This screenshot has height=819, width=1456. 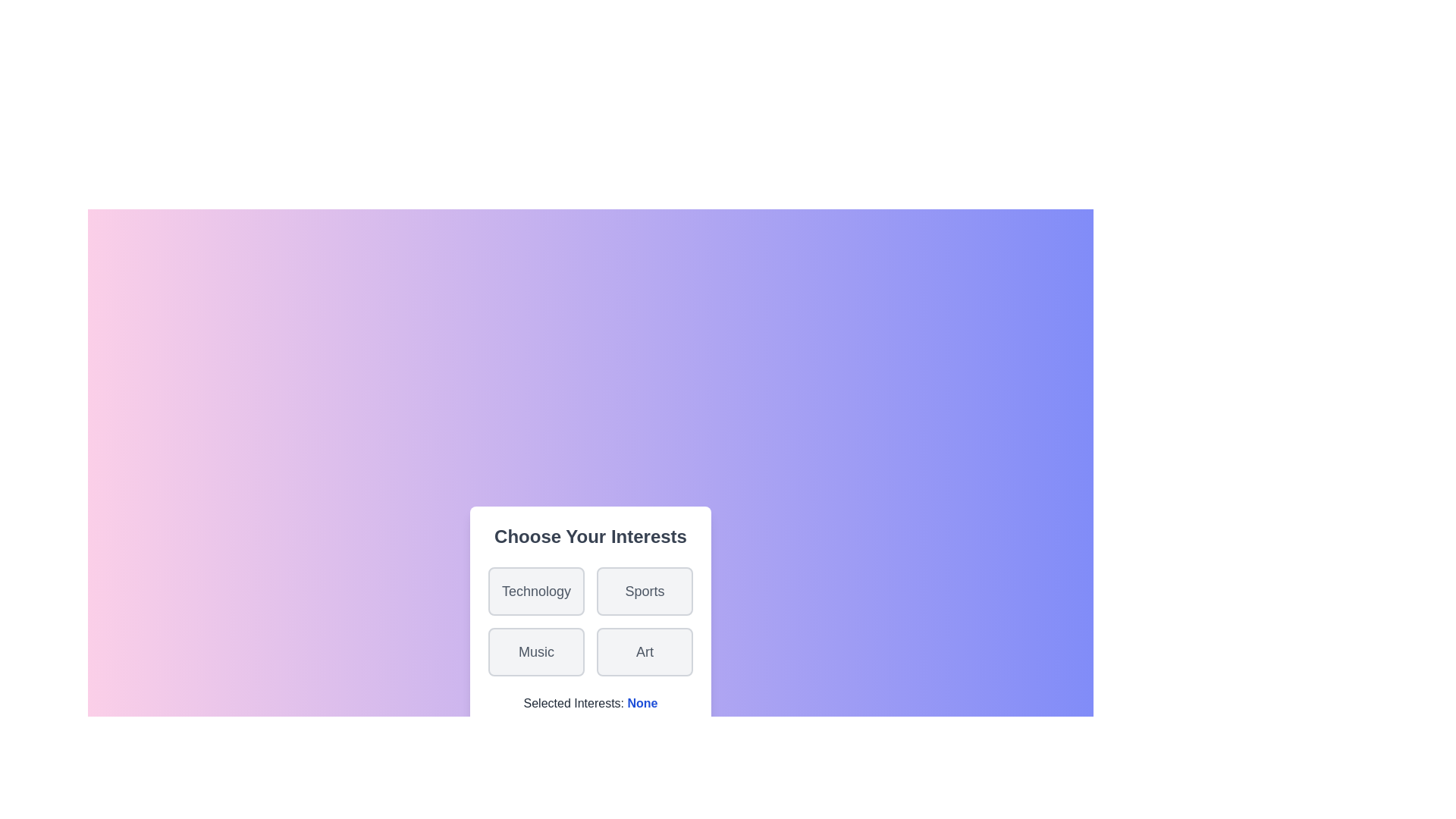 What do you see at coordinates (644, 651) in the screenshot?
I see `the Art button` at bounding box center [644, 651].